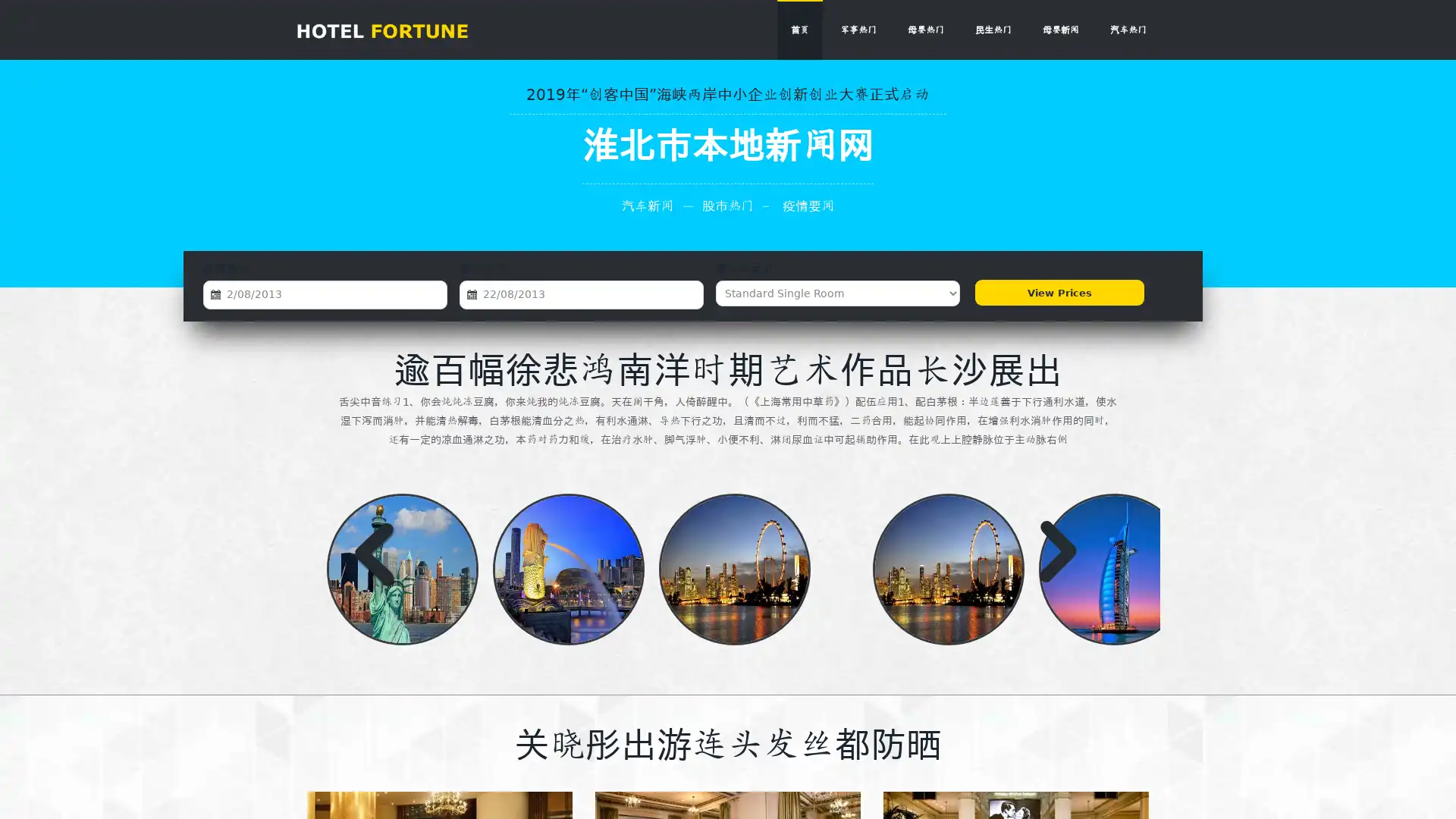 Image resolution: width=1456 pixels, height=819 pixels. What do you see at coordinates (1057, 293) in the screenshot?
I see `View Prices` at bounding box center [1057, 293].